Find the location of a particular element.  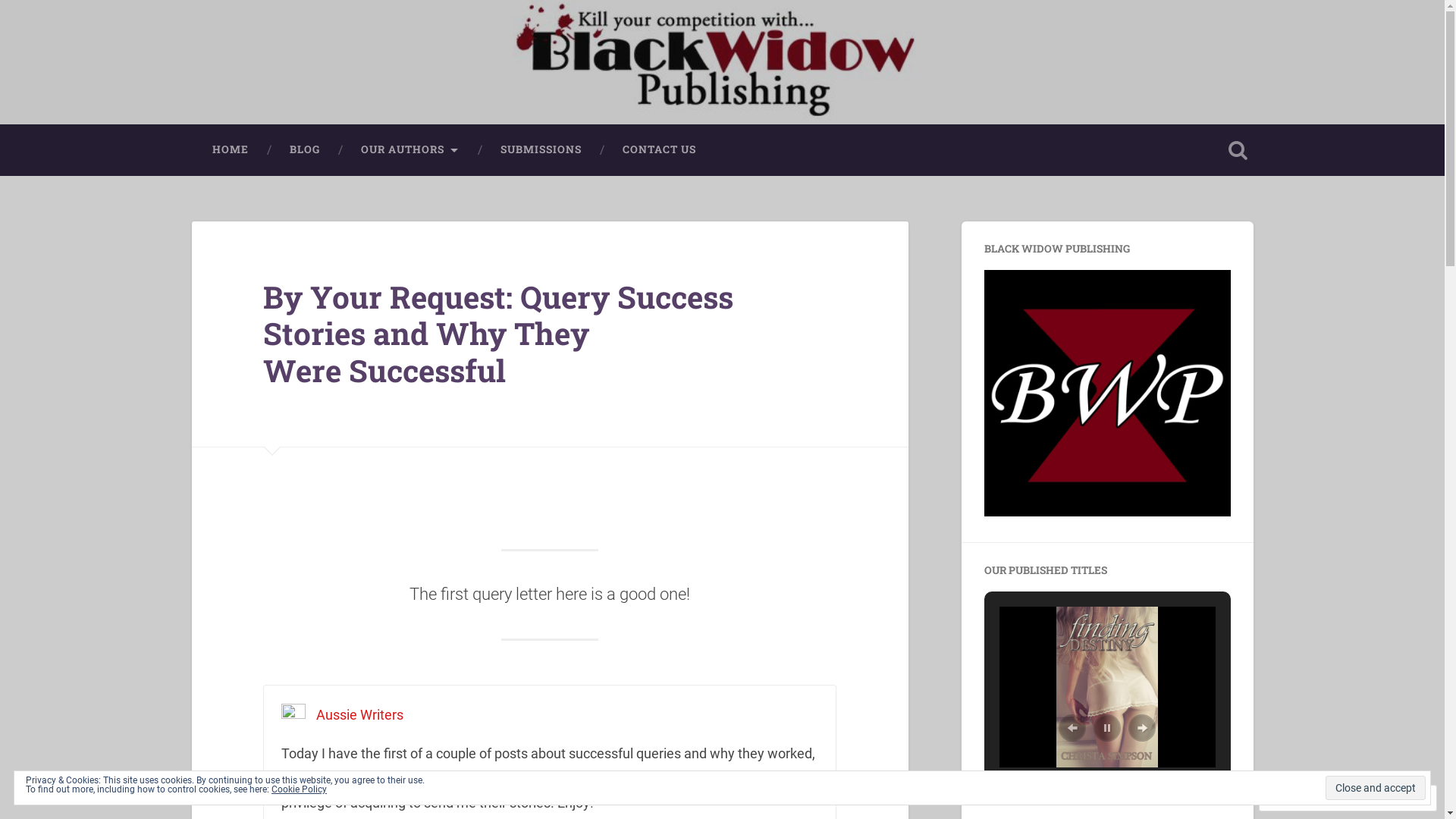

'Open Search' is located at coordinates (1238, 149).